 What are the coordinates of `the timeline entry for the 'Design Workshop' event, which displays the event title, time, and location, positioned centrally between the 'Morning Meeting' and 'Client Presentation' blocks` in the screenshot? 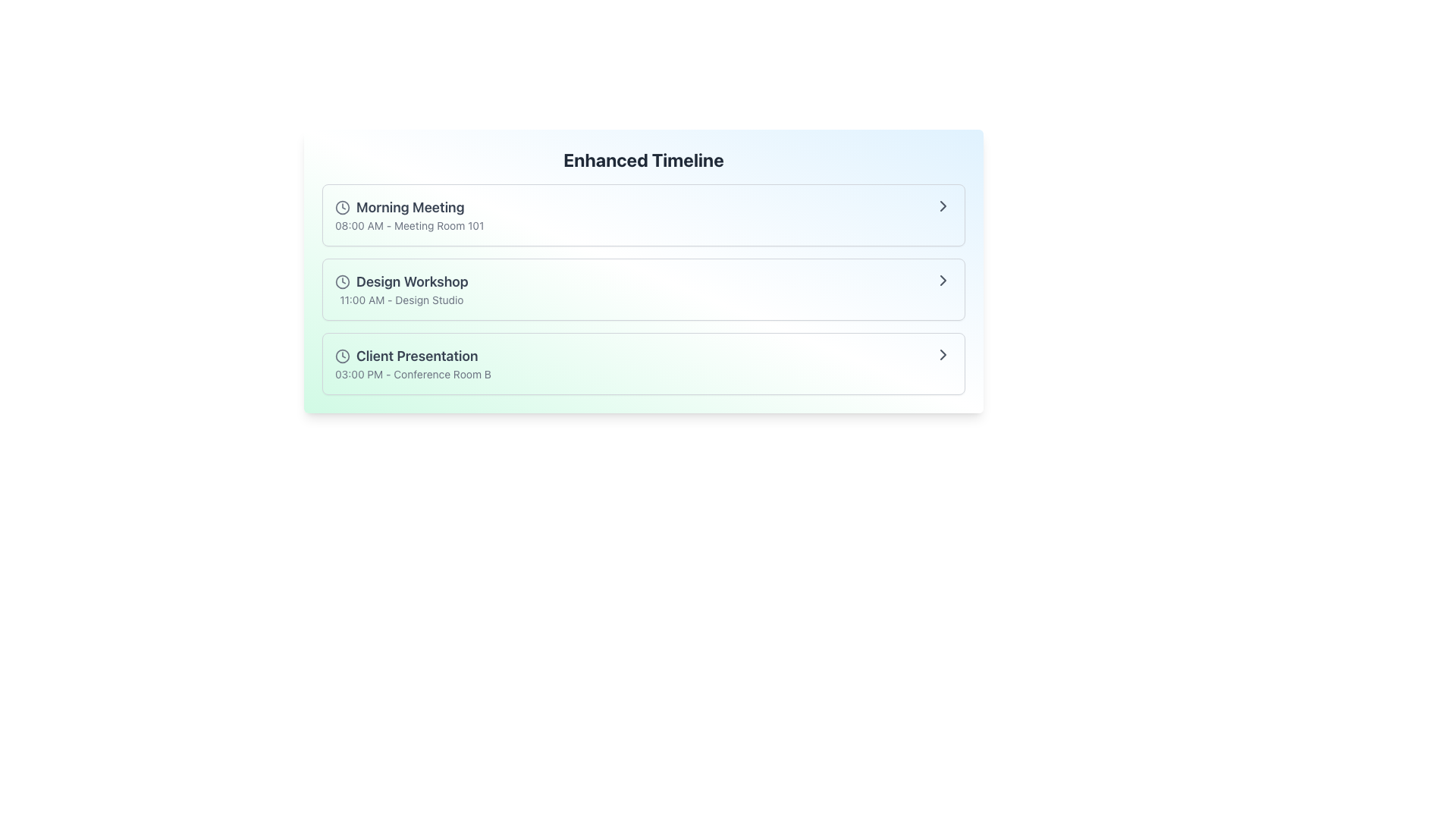 It's located at (644, 271).